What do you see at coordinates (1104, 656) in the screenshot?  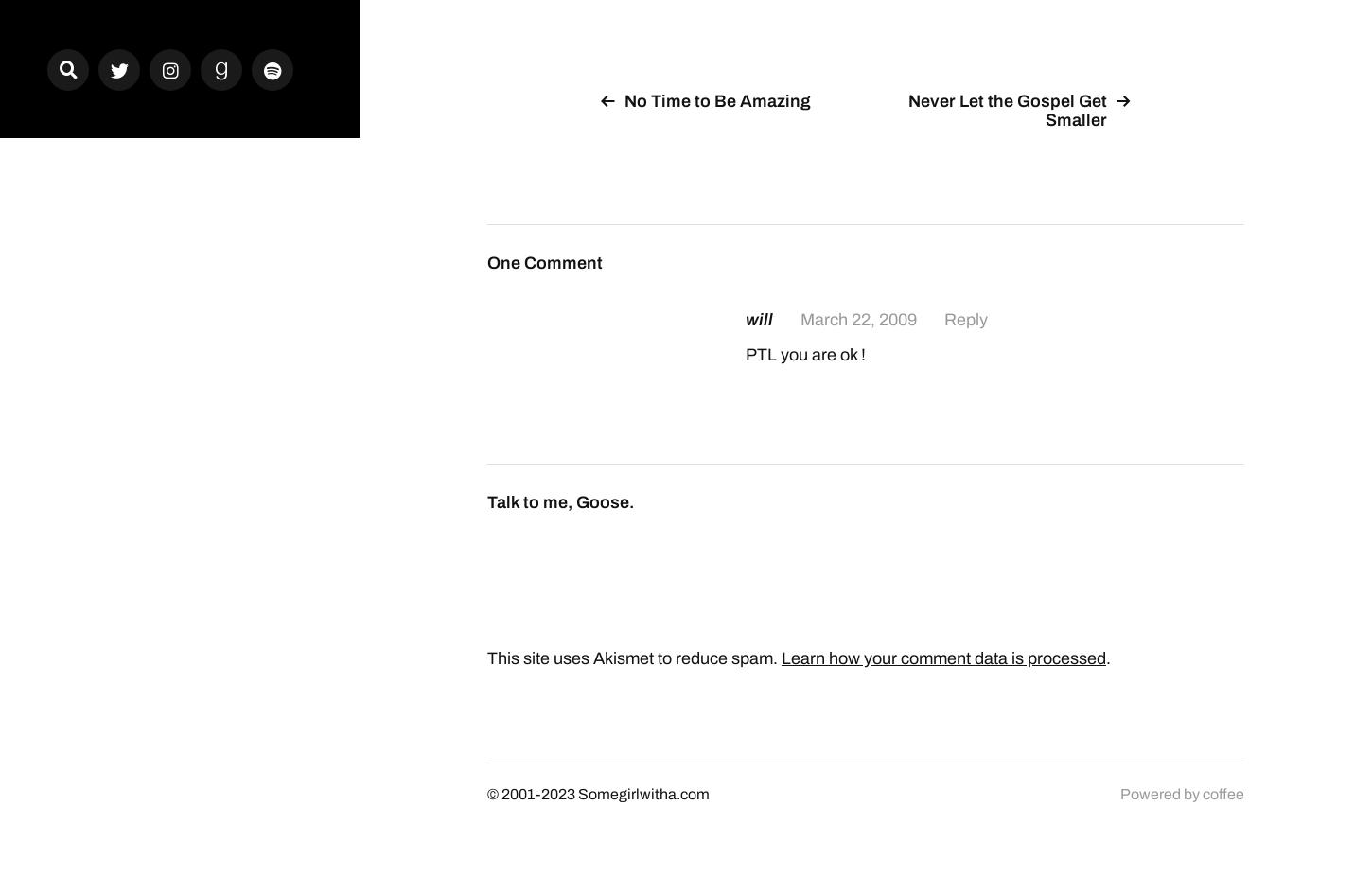 I see `'.'` at bounding box center [1104, 656].